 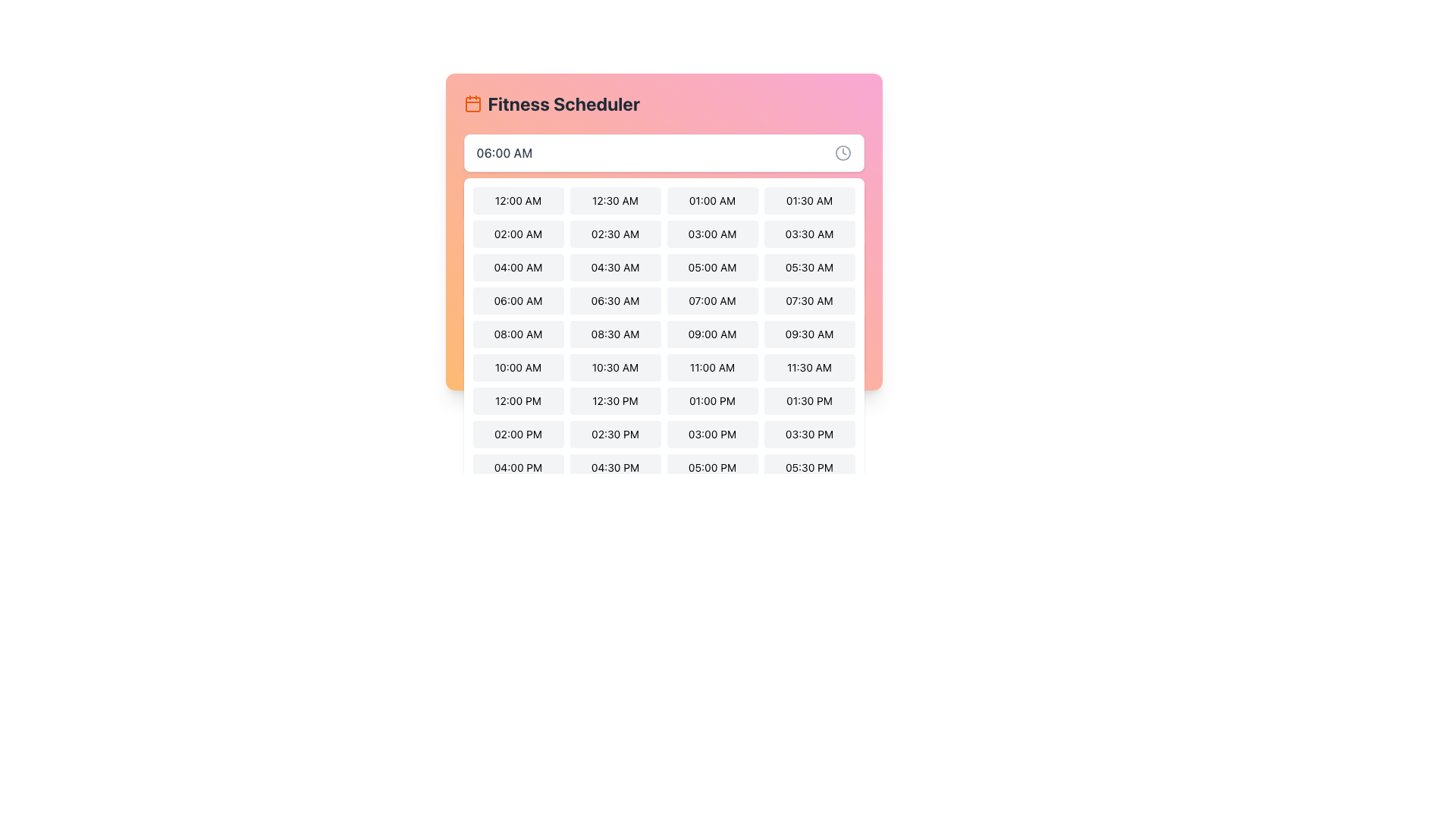 I want to click on the button displaying '01:30 PM' in black on a light gray background, so click(x=808, y=400).